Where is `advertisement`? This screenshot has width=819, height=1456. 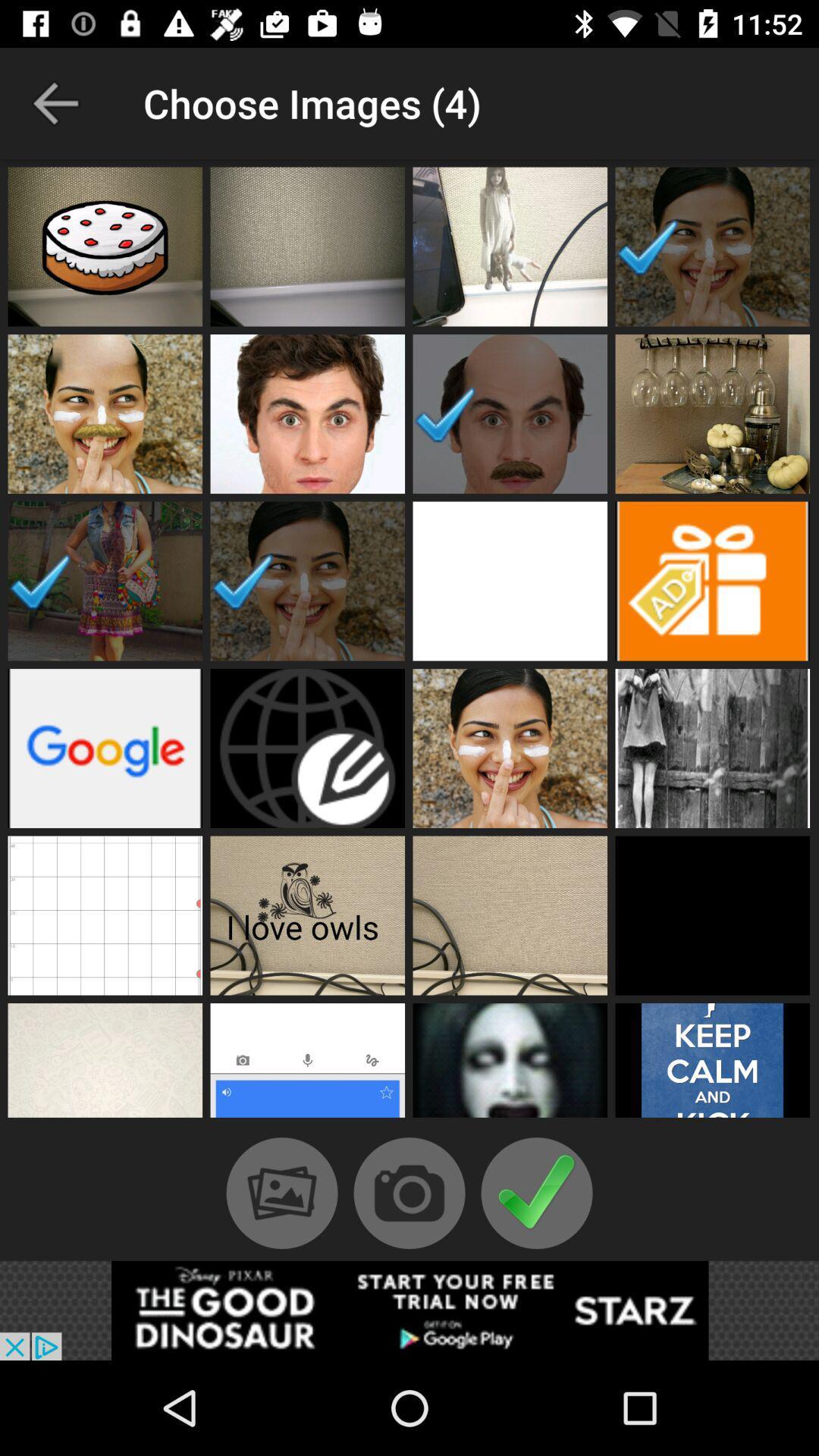 advertisement is located at coordinates (712, 580).